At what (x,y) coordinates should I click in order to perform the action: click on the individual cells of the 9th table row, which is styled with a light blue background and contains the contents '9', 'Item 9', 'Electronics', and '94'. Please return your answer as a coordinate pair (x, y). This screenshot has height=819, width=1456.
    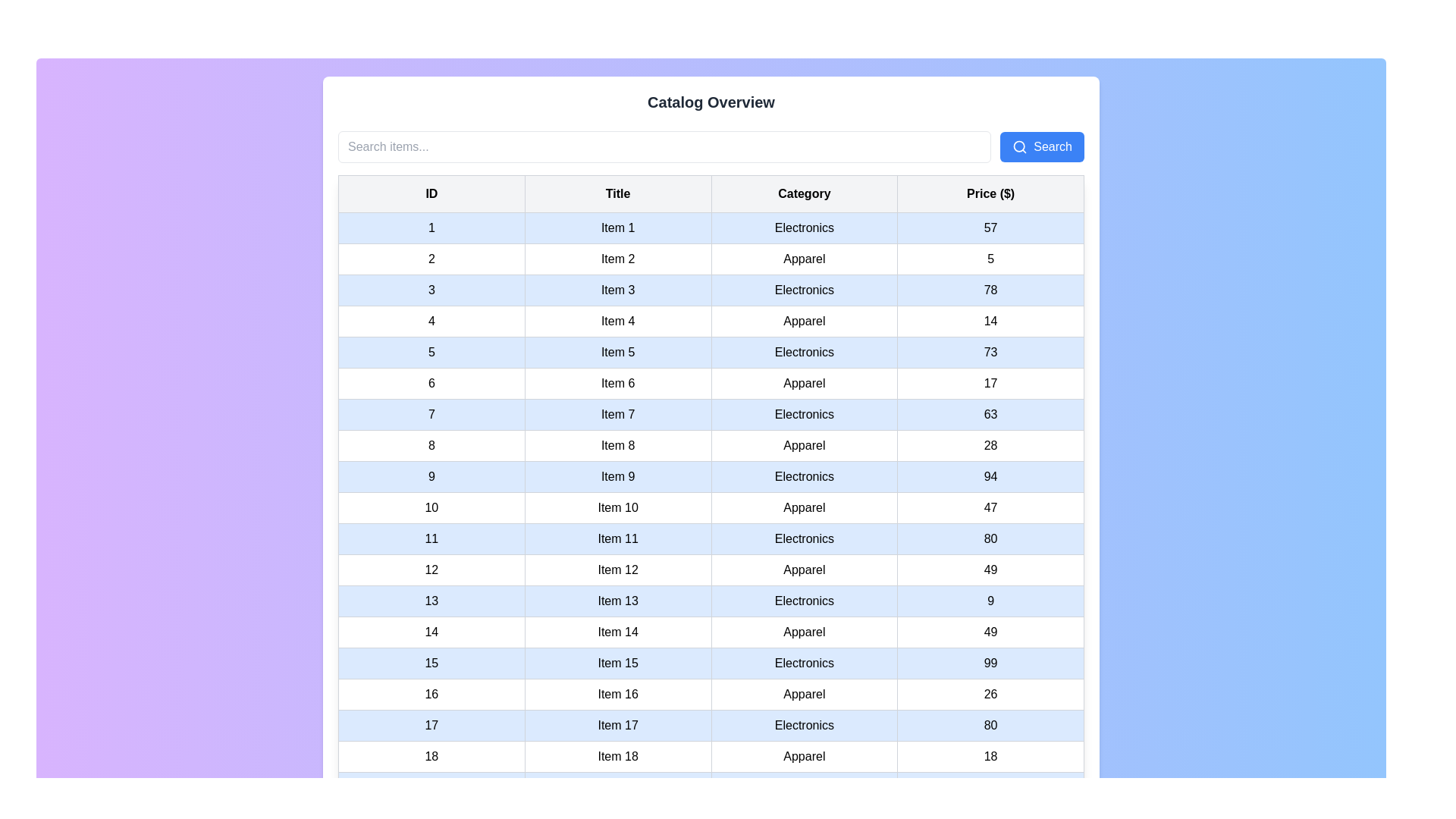
    Looking at the image, I should click on (710, 475).